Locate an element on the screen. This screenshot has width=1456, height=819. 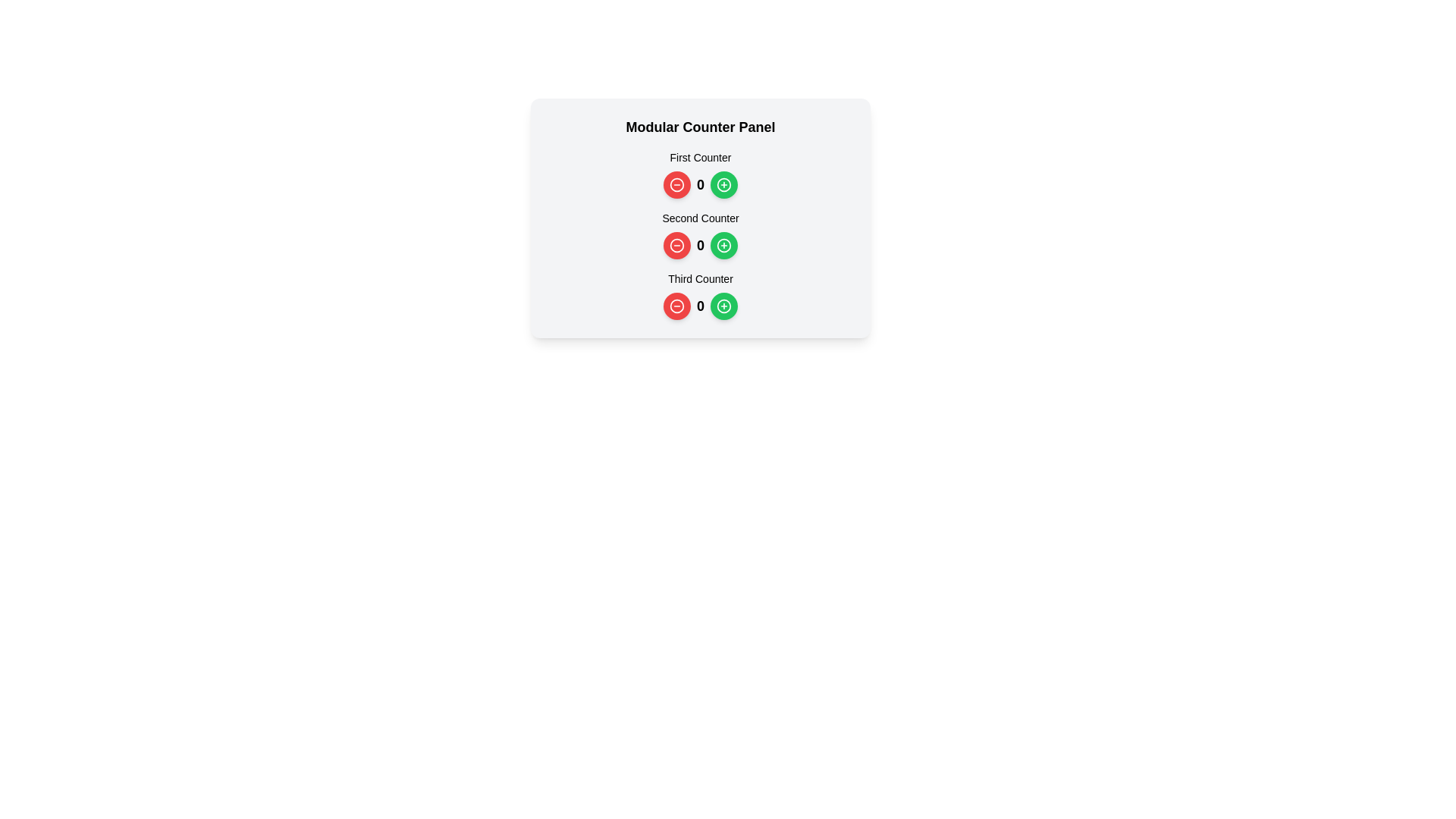
the decrement button with a minus icon located to the left of the counter value in the Second Counter row is located at coordinates (676, 245).